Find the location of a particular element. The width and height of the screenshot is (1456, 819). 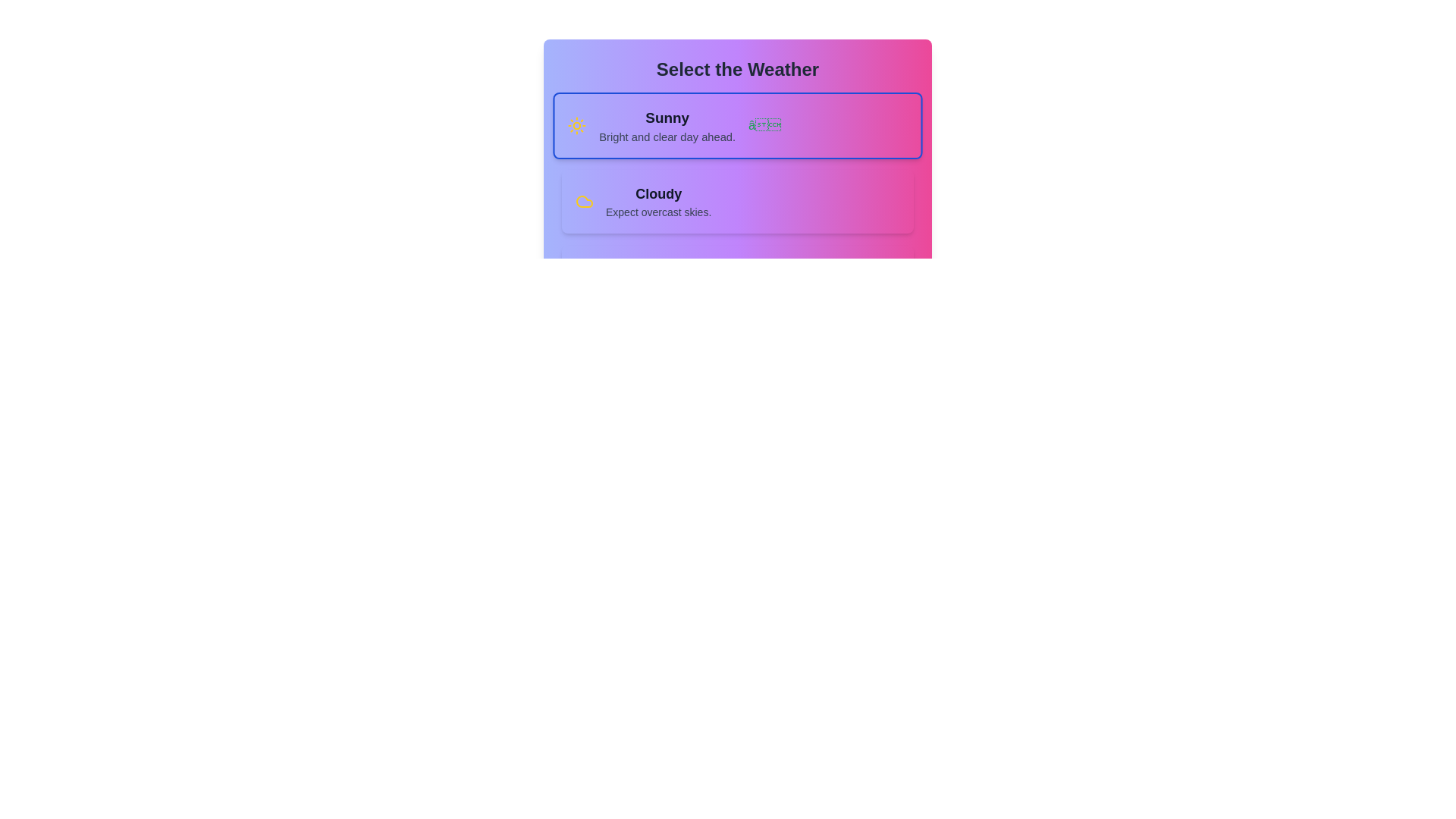

the checkmark icon indicating confirmation or selection status, which is positioned within the card labeled 'Sunny' at the far right, slightly above the middle line is located at coordinates (758, 124).